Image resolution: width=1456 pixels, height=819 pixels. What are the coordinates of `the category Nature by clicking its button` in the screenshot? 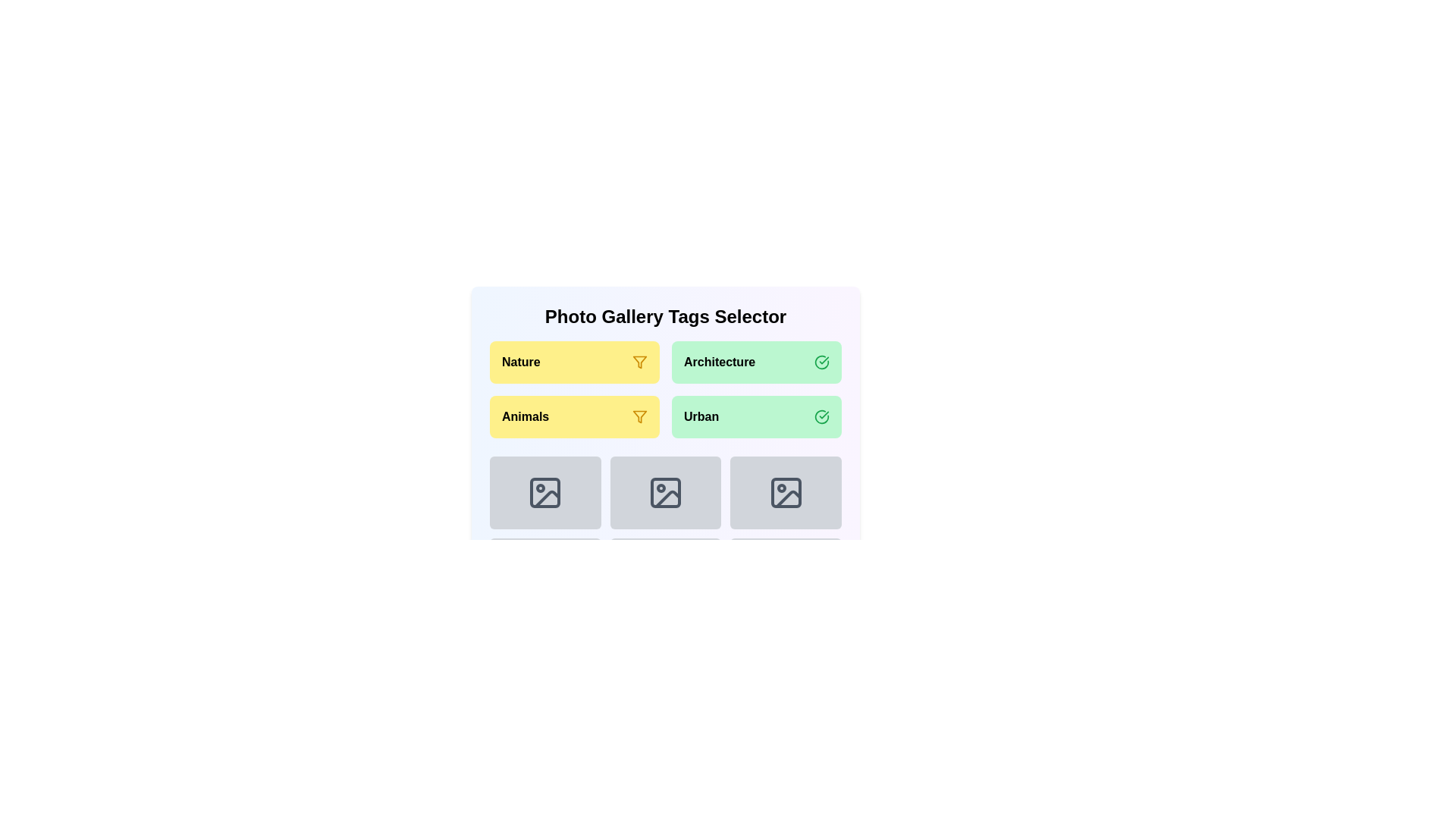 It's located at (574, 362).